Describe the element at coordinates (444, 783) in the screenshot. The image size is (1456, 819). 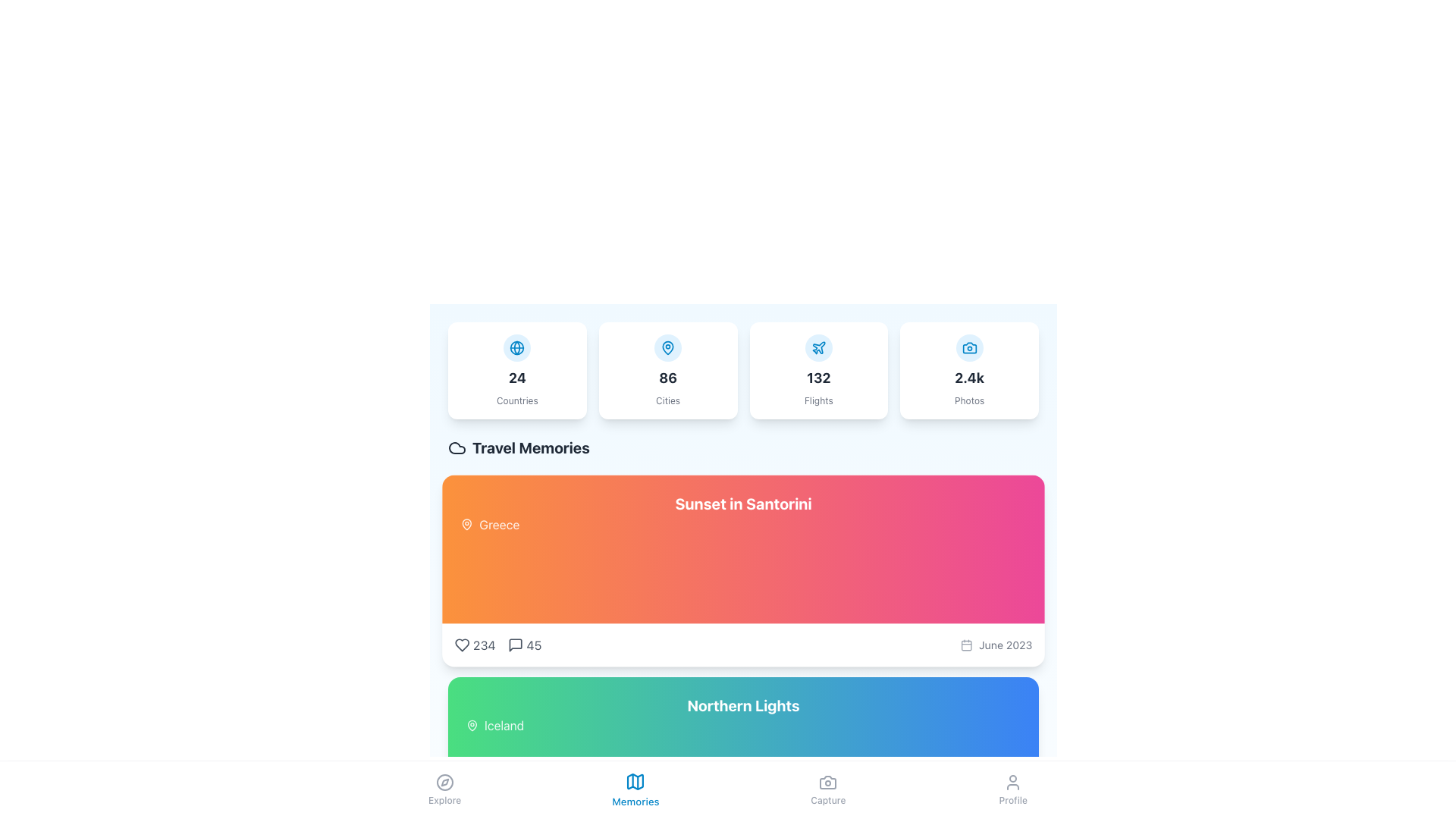
I see `the circular graphical element representing the compass in the Explore tab icon located in the bottom navigation bar of the application's main interface` at that location.